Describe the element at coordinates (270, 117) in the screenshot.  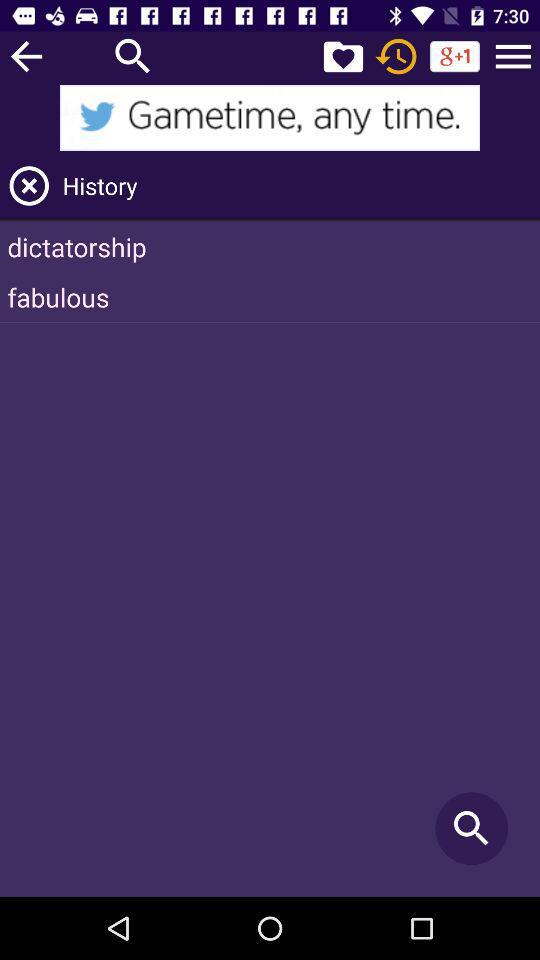
I see `icon above history` at that location.